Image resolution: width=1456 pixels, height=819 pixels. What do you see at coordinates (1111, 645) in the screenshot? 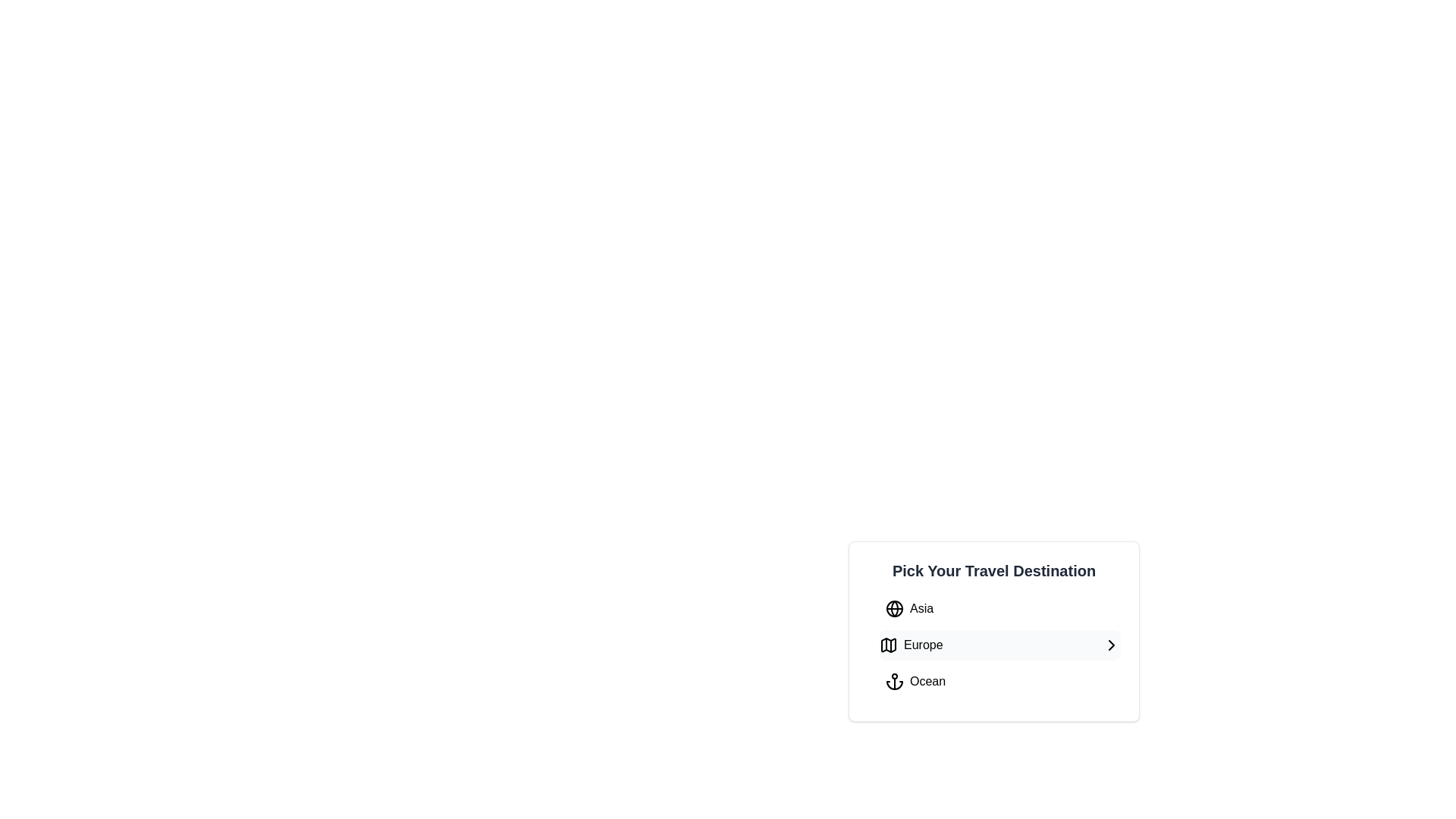
I see `the chevron icon pointing to the right, located adjacent to the text 'Europe' in the 'Pick Your Travel Destination' section` at bounding box center [1111, 645].